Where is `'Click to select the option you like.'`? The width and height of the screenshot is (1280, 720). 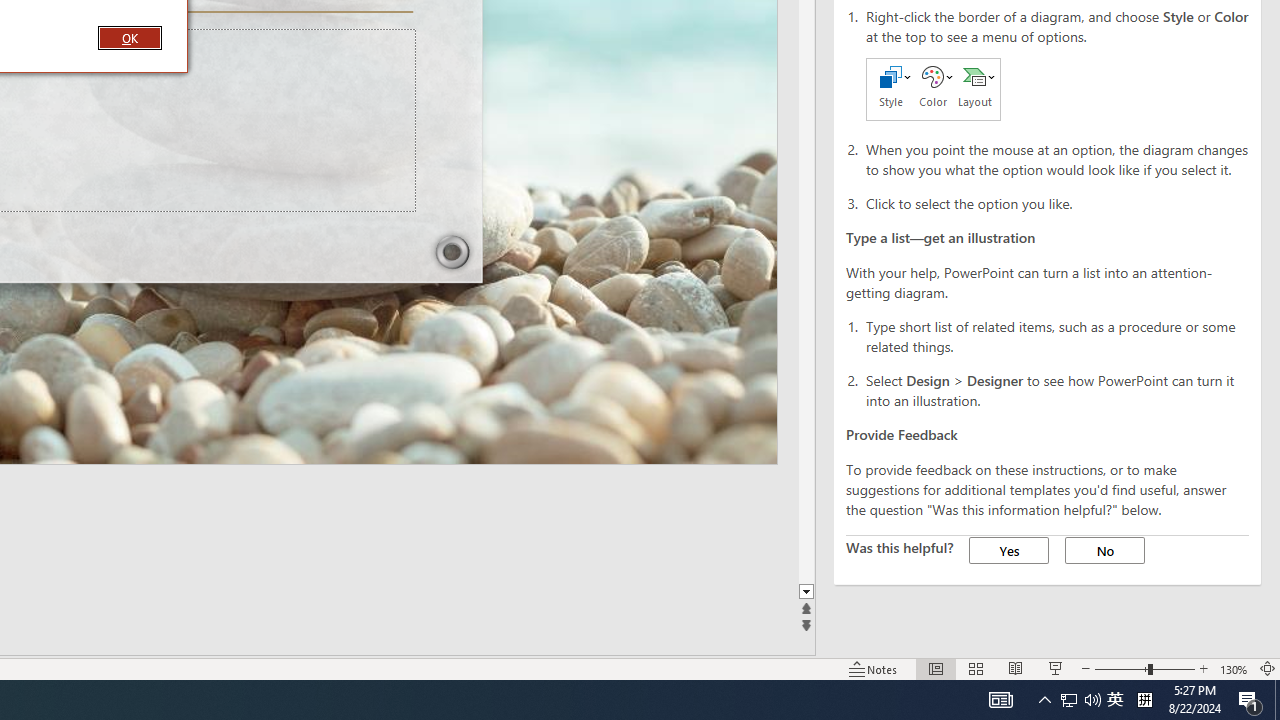 'Click to select the option you like.' is located at coordinates (1056, 203).